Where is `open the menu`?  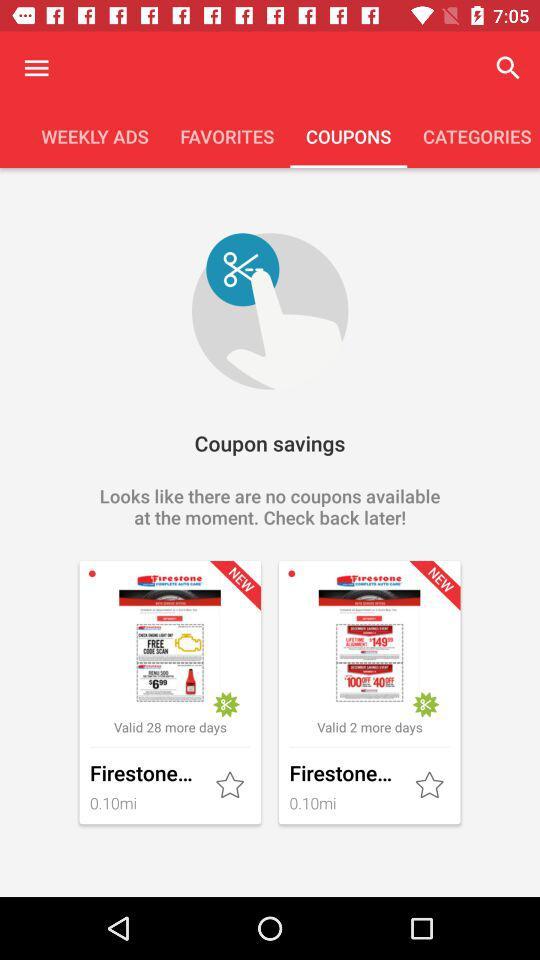 open the menu is located at coordinates (36, 68).